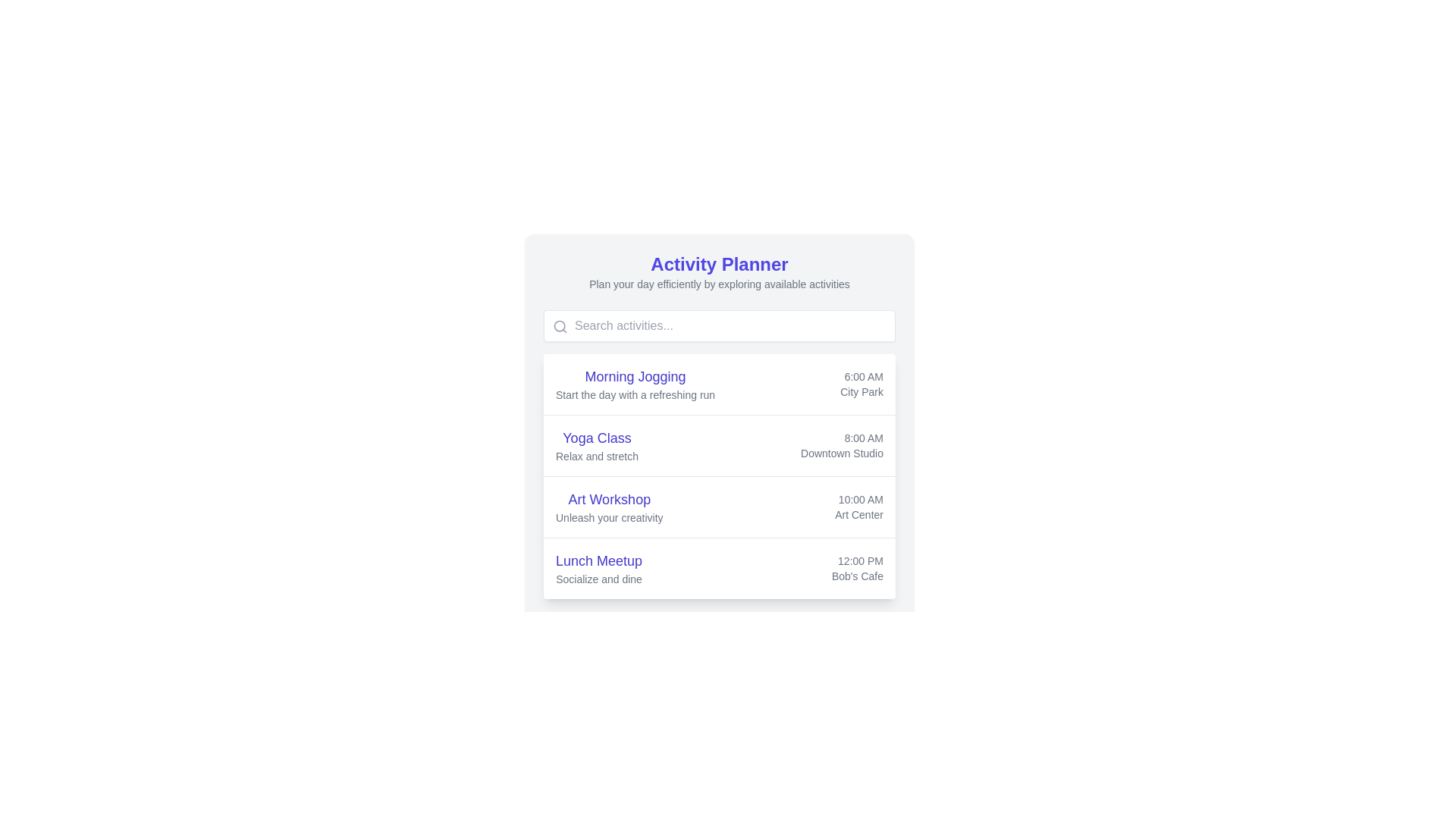 The width and height of the screenshot is (1456, 819). What do you see at coordinates (719, 567) in the screenshot?
I see `the informational display card that shows event details, which is the fourth entry in a vertically stacked list, located at the bottom and identifiable by its distinctive content` at bounding box center [719, 567].